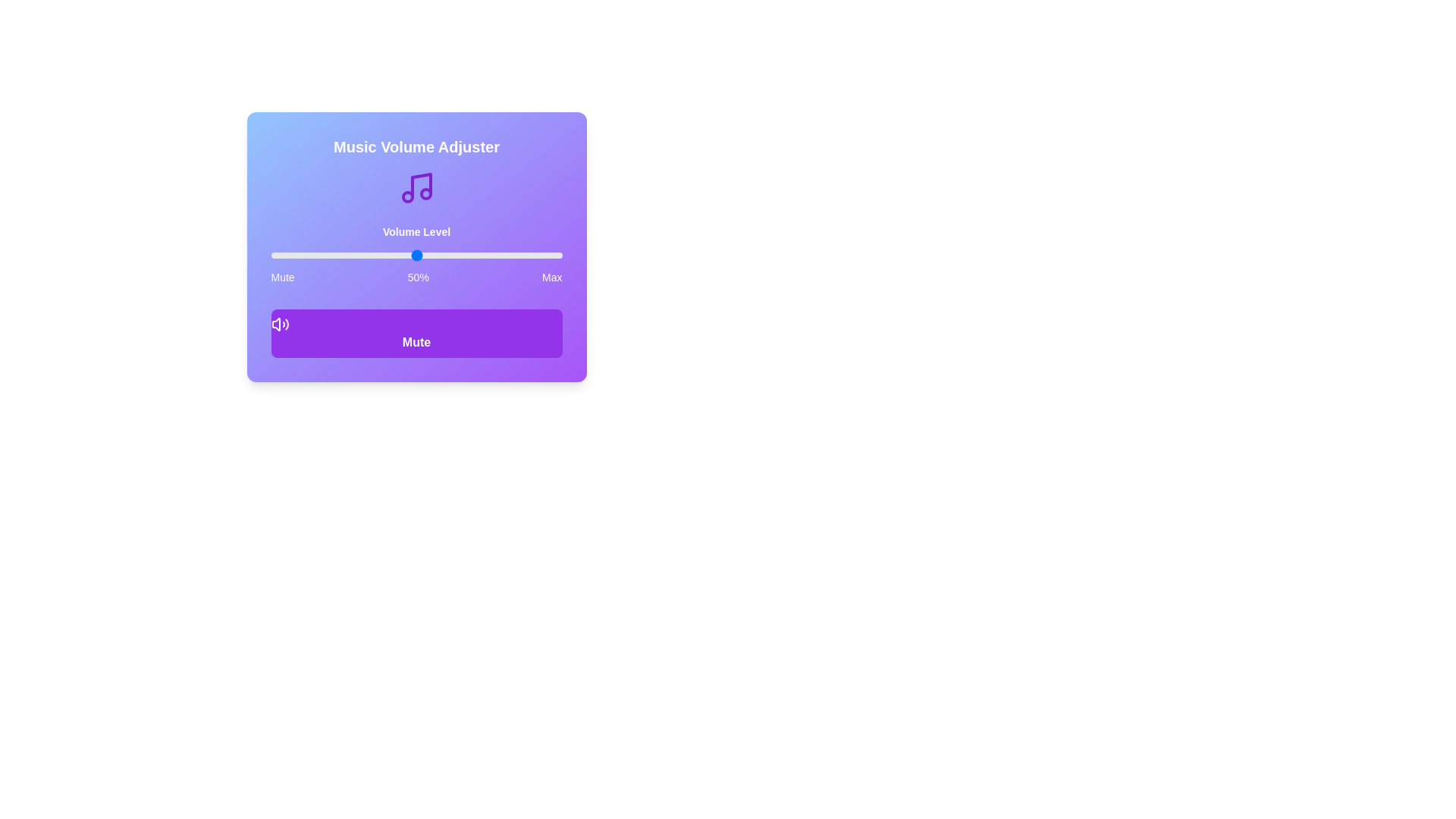 The image size is (1456, 819). Describe the element at coordinates (427, 254) in the screenshot. I see `the volume slider to set the volume to 54%` at that location.